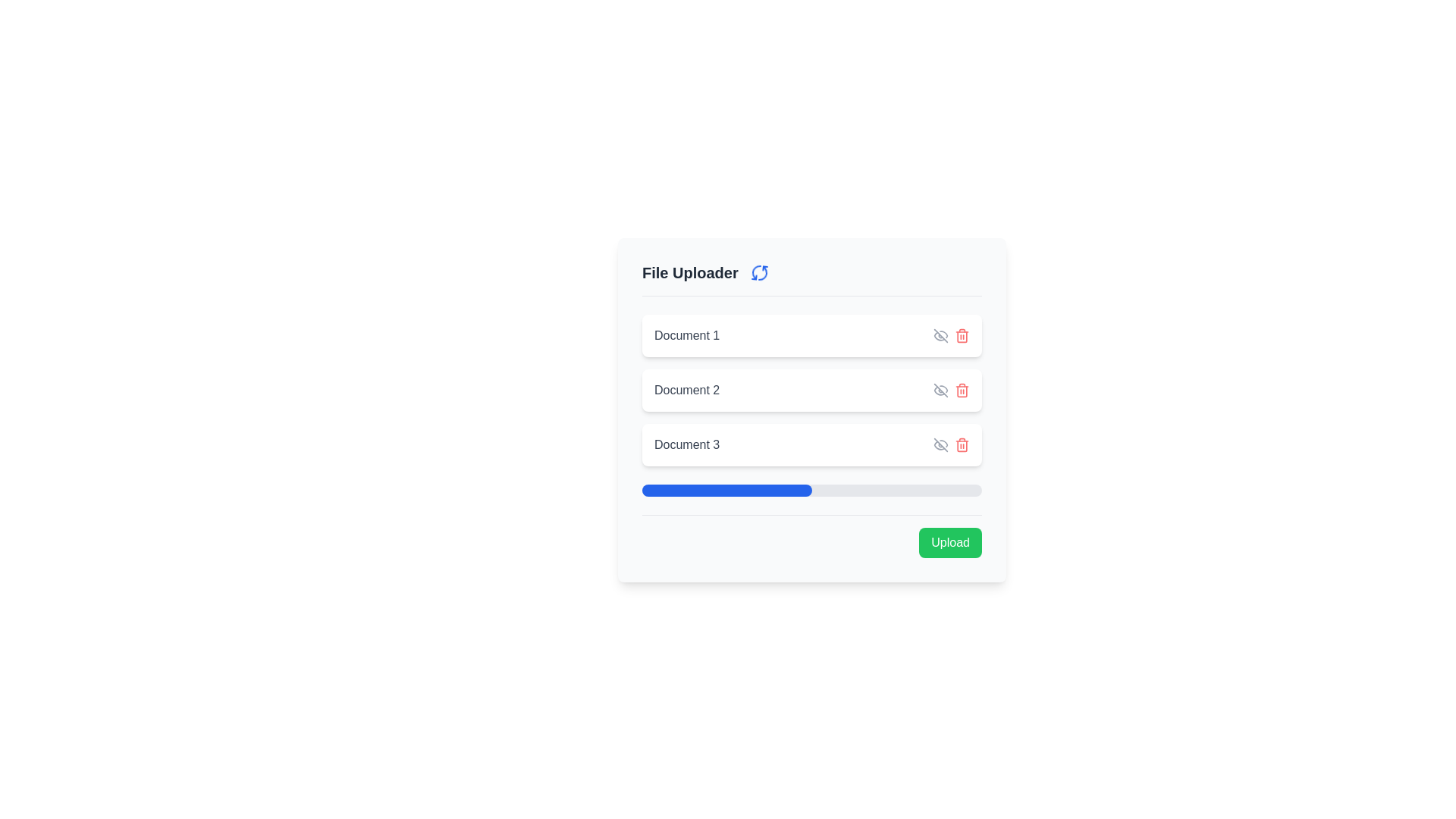  Describe the element at coordinates (811, 335) in the screenshot. I see `the first document entry card in the file uploader interface` at that location.